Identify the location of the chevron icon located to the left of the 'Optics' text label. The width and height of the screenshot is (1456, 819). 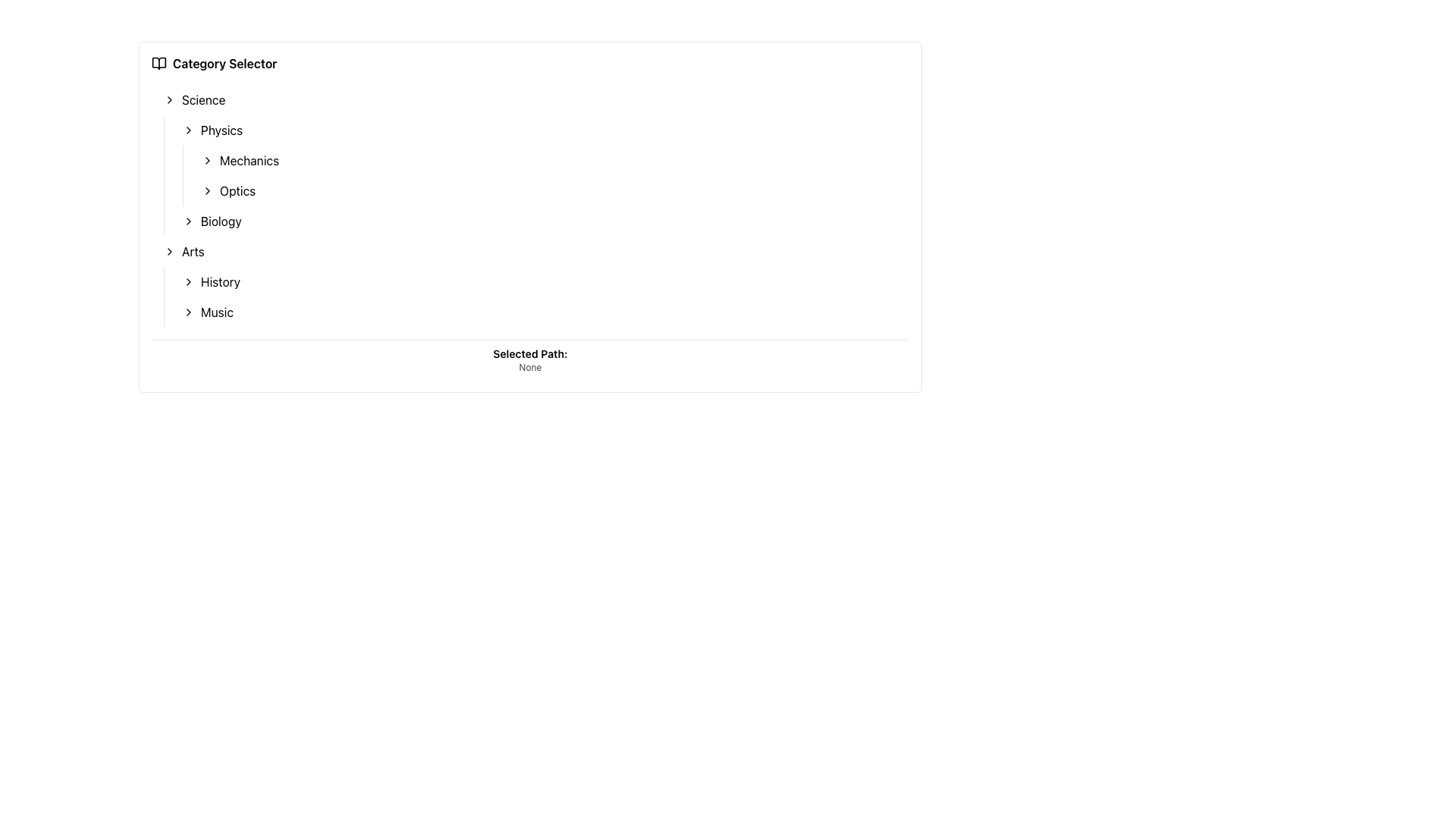
(206, 190).